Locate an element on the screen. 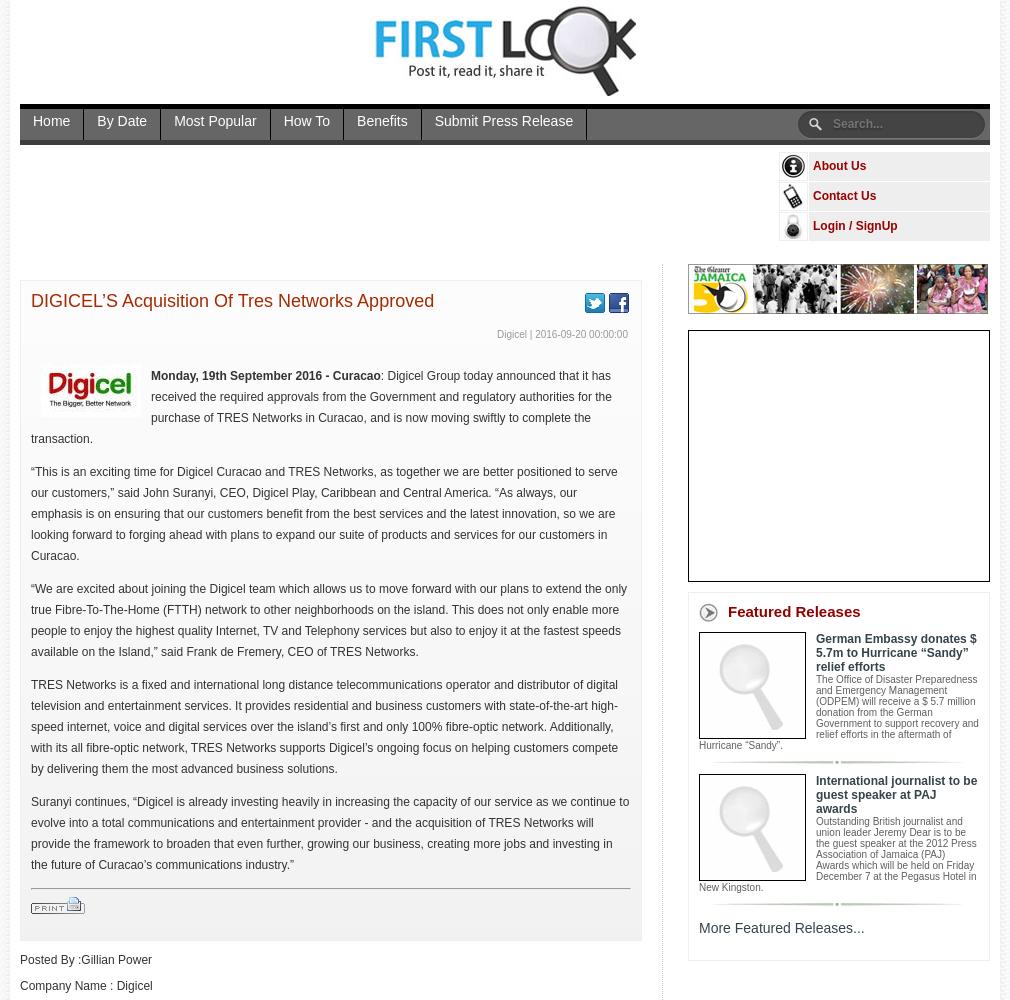 This screenshot has width=1010, height=1000. 'Suranyi continues, “Digicel is already investing heavily in increasing the capacity of our service as we continue to evolve into a total communications and entertainment provider - and the acquisition of TRES Networks will provide the framework to broaden that even further, growing our business, creating more jobs and investing in the future of Curacao’s communications industry.”' is located at coordinates (329, 832).